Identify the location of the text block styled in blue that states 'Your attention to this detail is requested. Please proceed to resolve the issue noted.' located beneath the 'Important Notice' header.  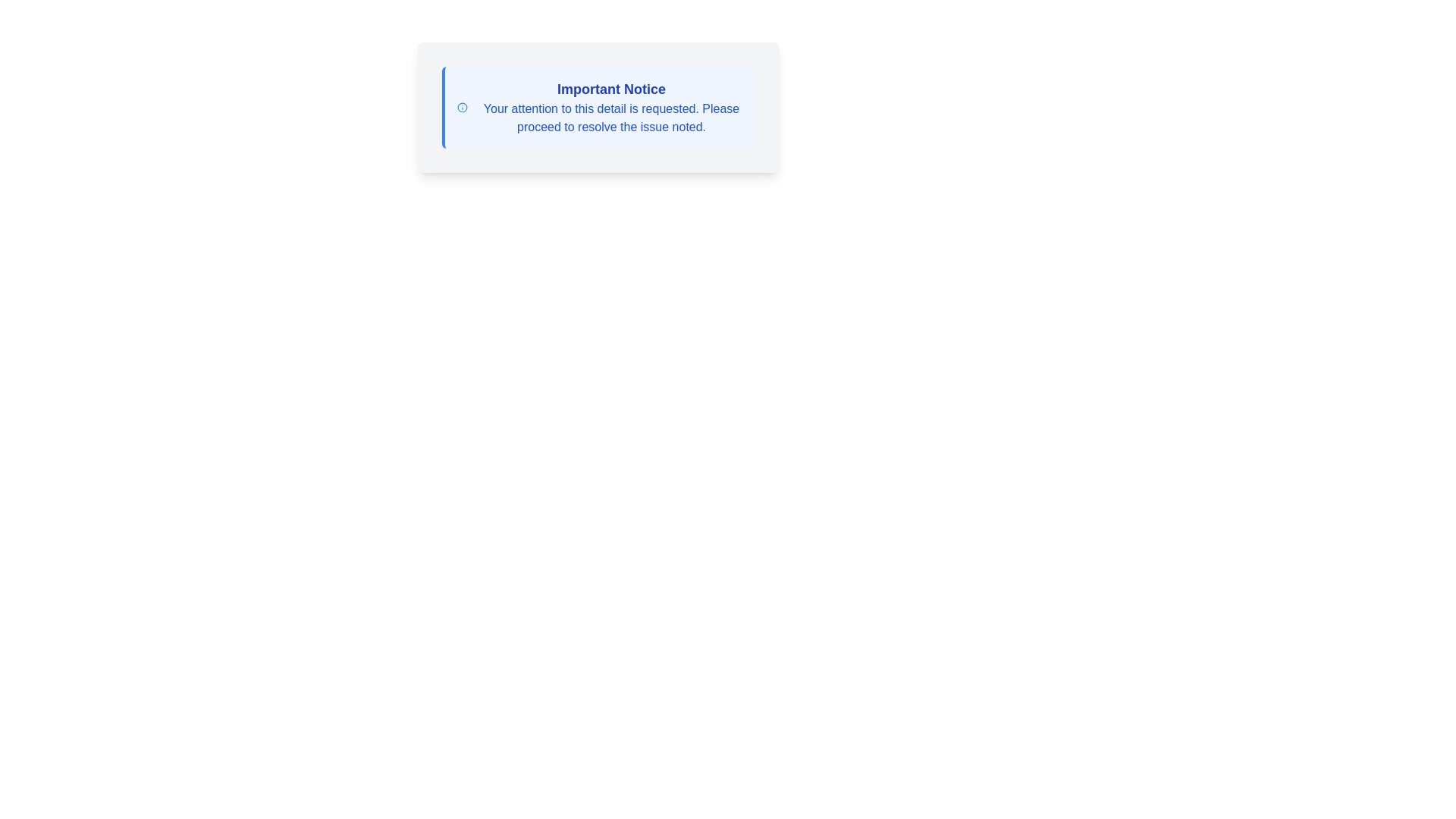
(611, 117).